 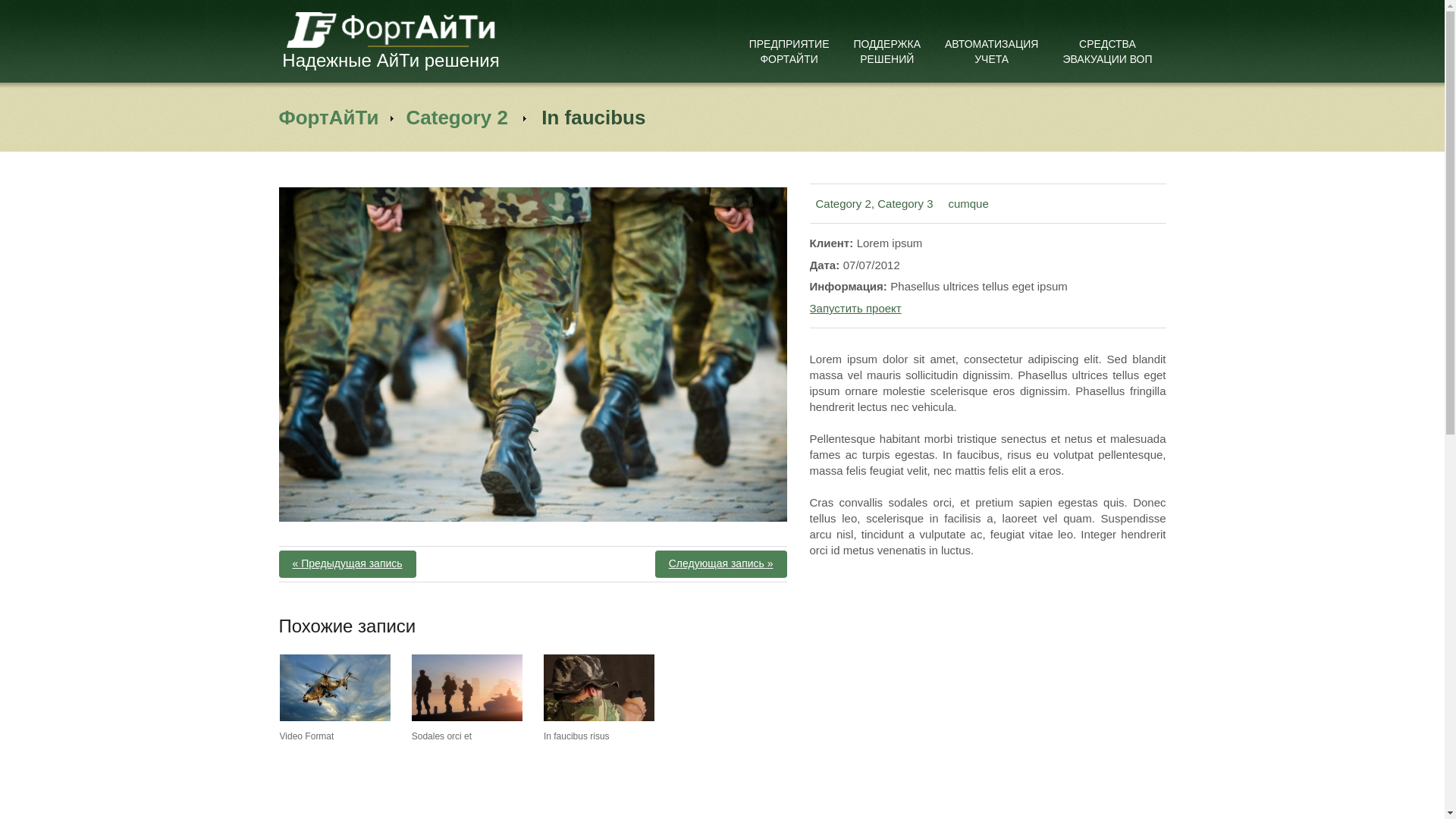 What do you see at coordinates (441, 736) in the screenshot?
I see `'Sodales orci et'` at bounding box center [441, 736].